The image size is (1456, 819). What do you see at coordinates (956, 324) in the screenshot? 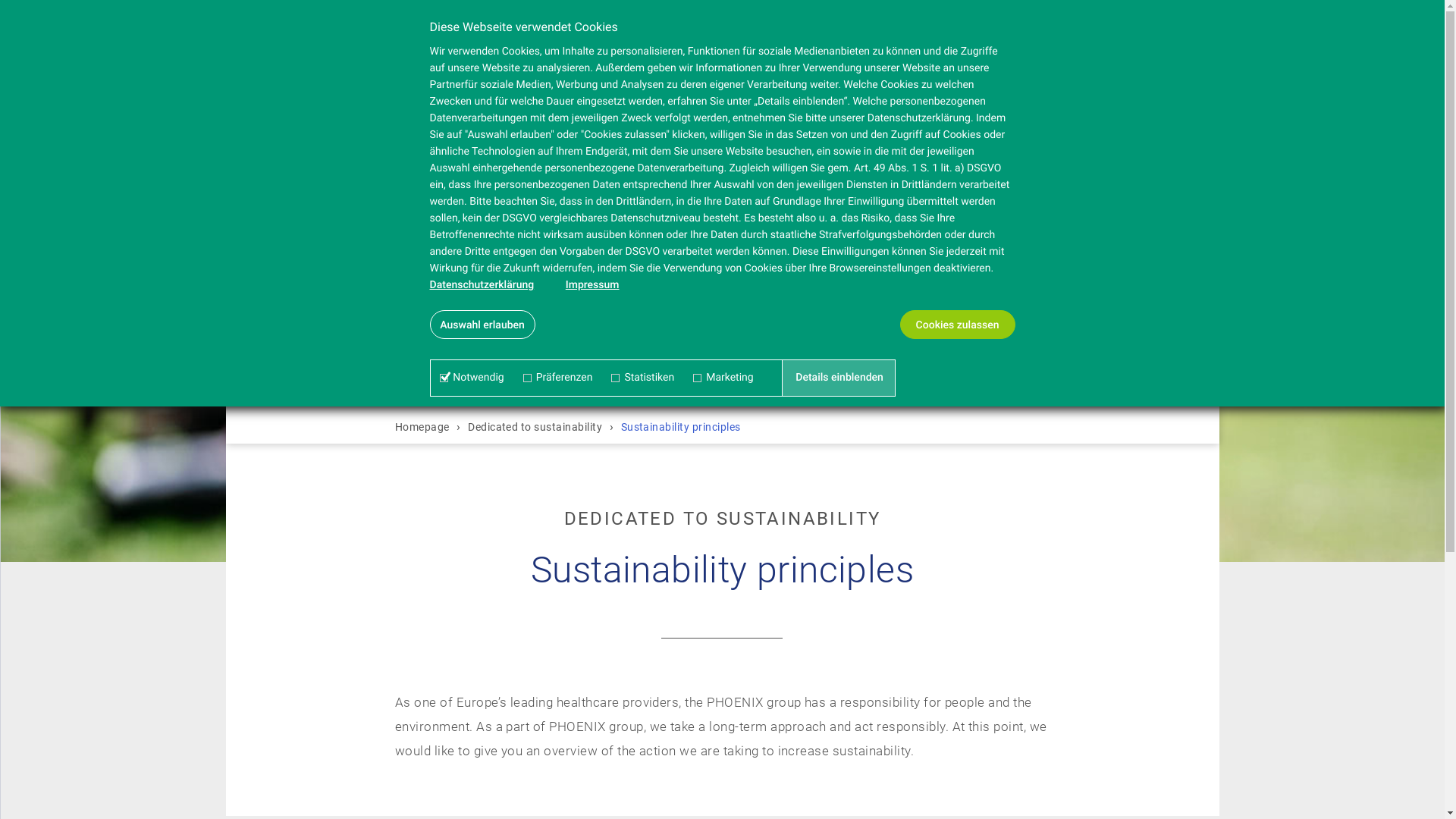
I see `'Cookies zulassen'` at bounding box center [956, 324].